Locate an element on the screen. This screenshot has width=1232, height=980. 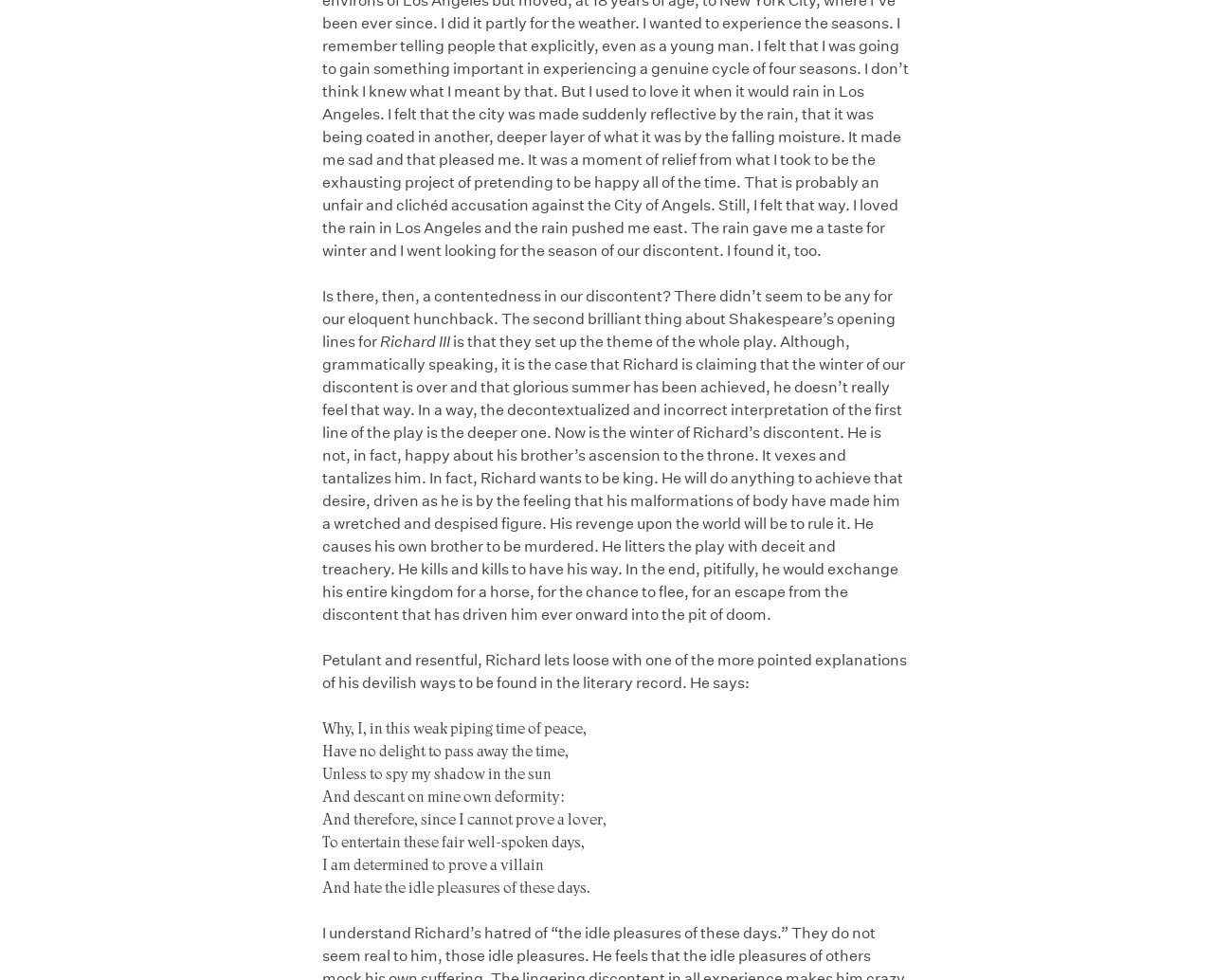
'Have no delight to pass away the time,' is located at coordinates (320, 749).